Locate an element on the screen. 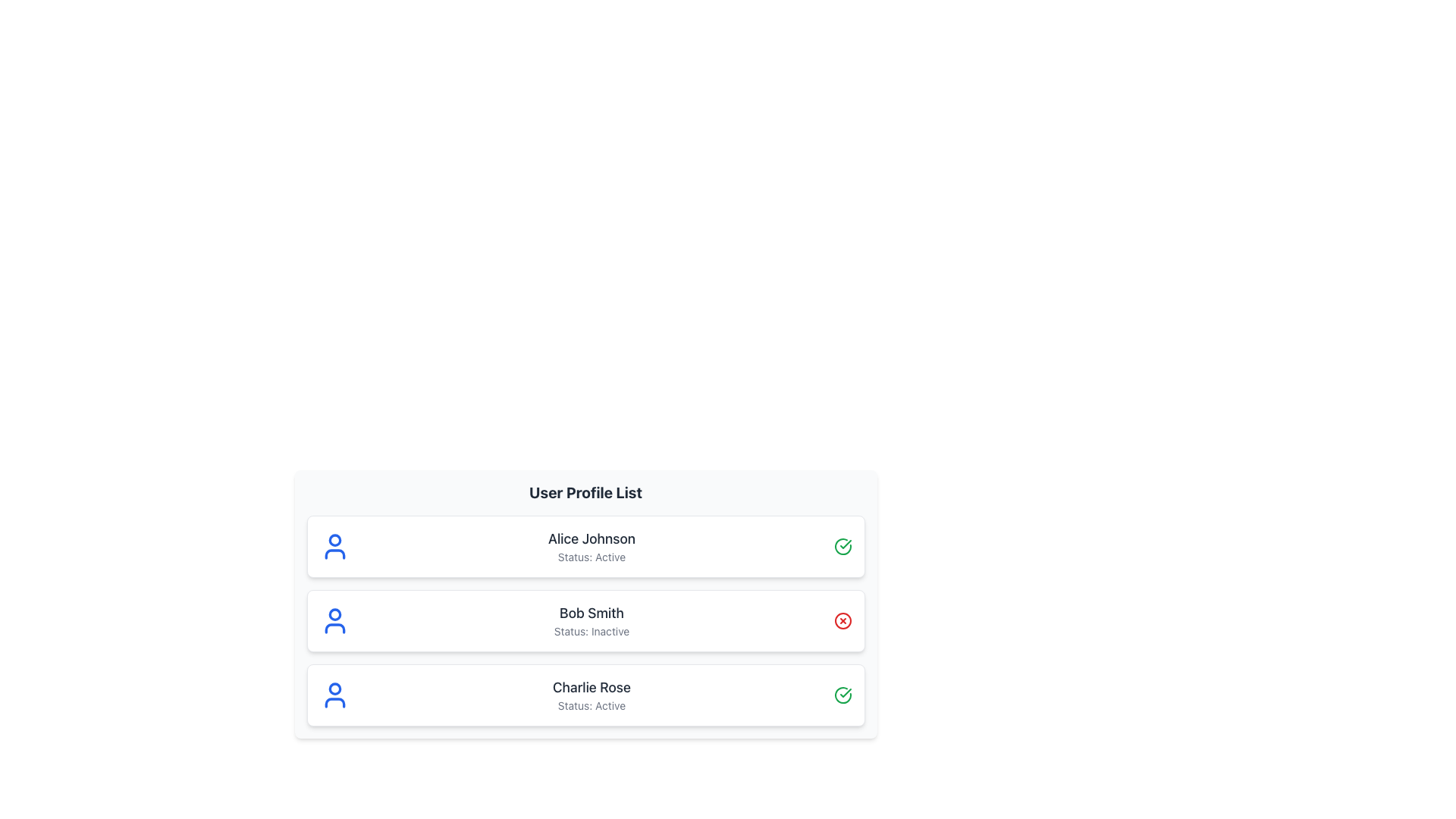 This screenshot has height=819, width=1456. the Text Header element that serves as the title for the user profile section, located at the top-center of the layout is located at coordinates (585, 493).